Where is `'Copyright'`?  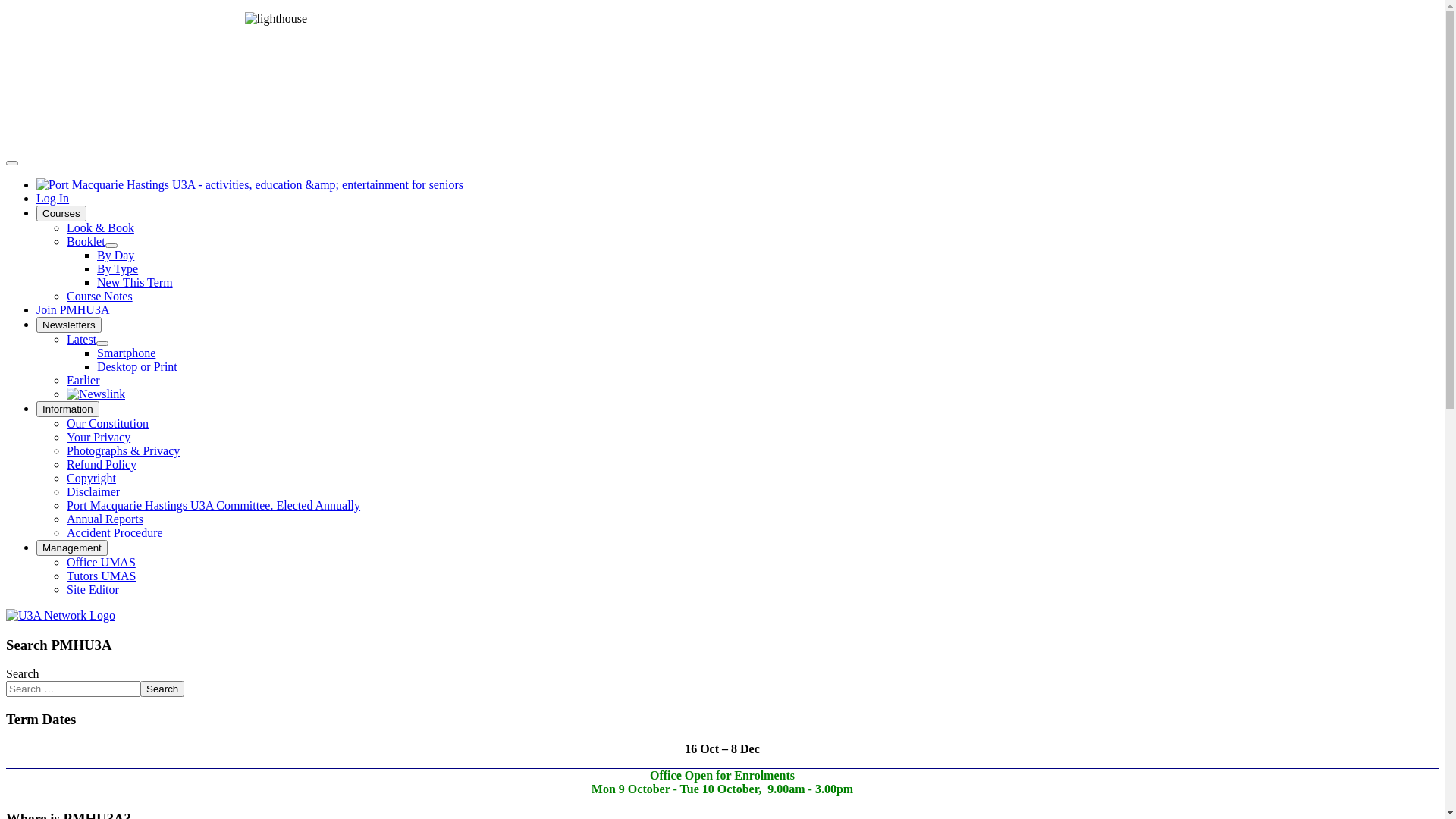 'Copyright' is located at coordinates (90, 478).